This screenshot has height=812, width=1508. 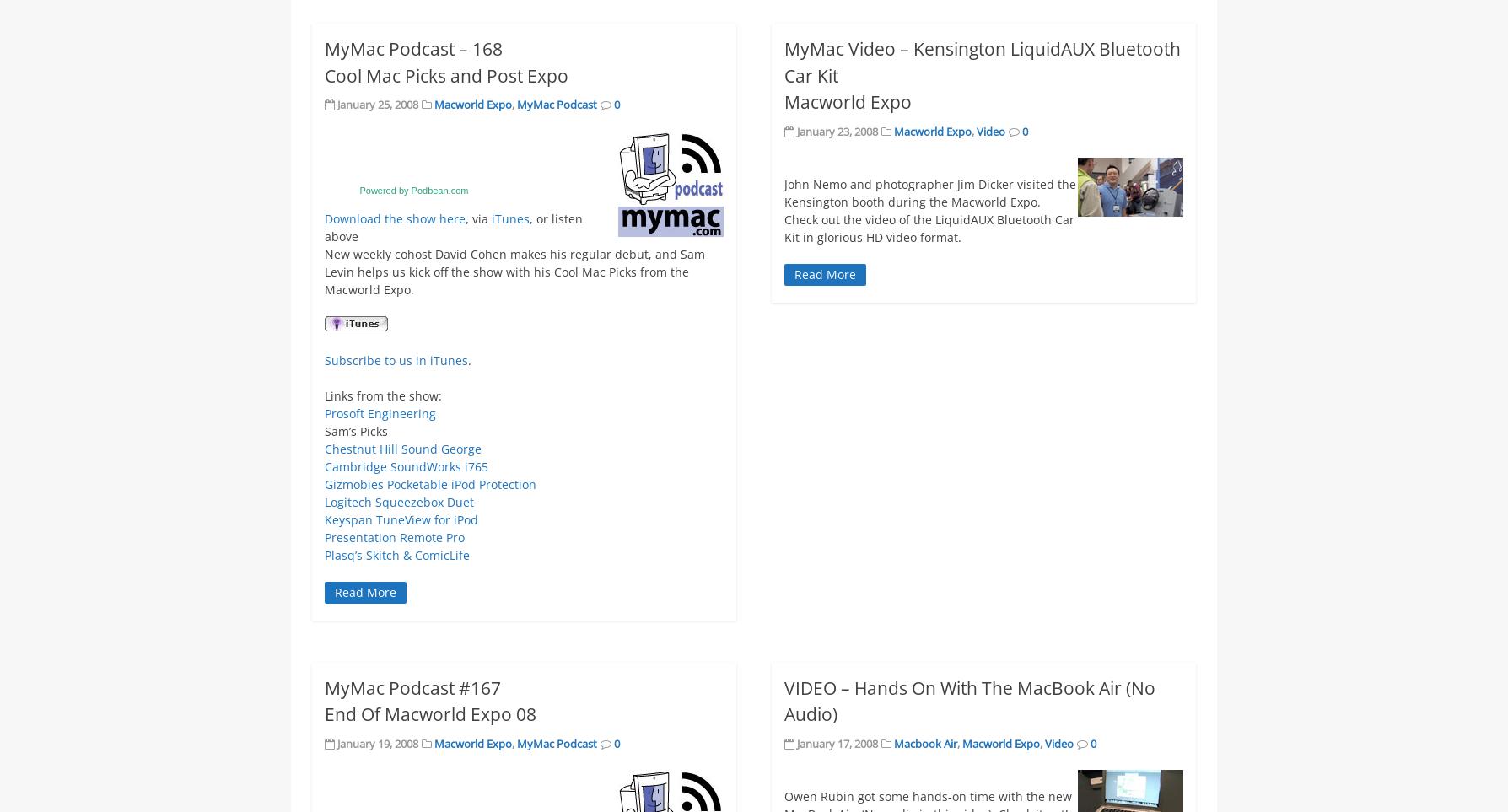 I want to click on 'End Of Macworld Expo 08', so click(x=323, y=713).